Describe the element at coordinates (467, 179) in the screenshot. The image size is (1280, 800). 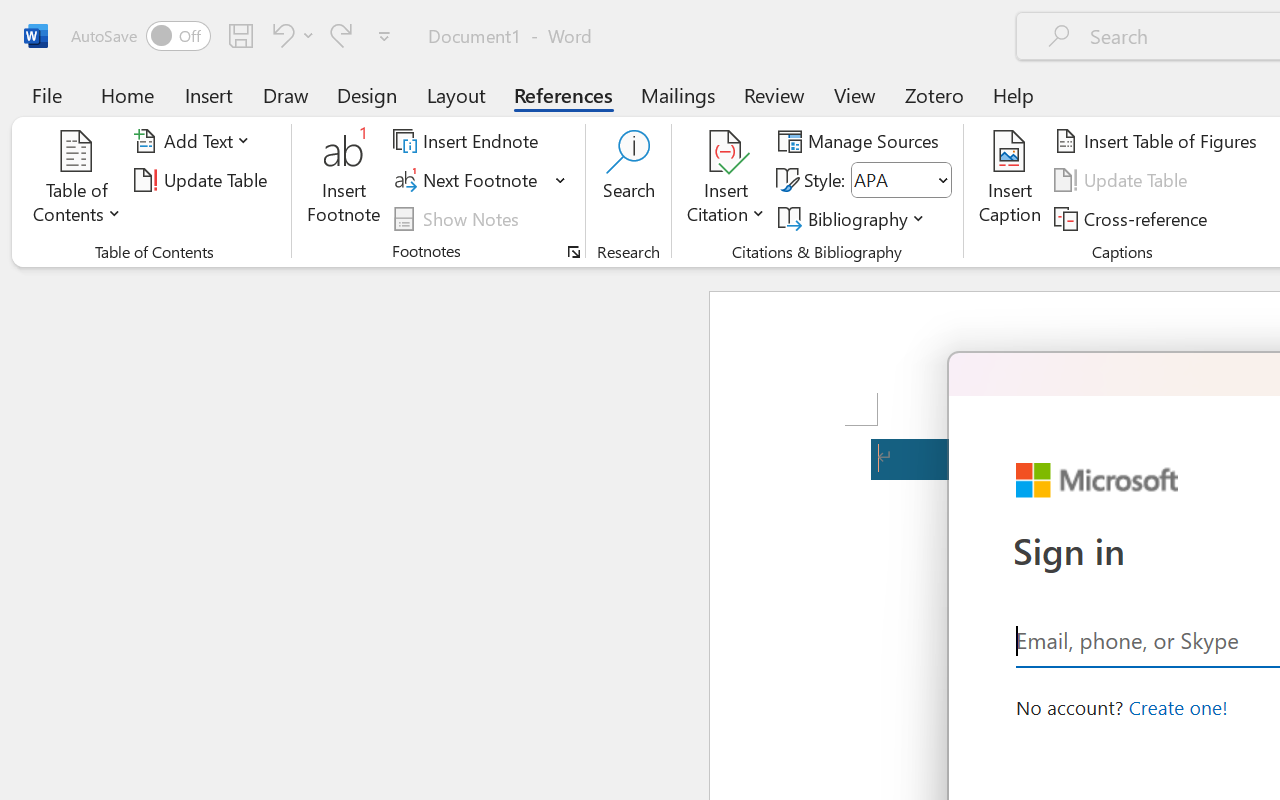
I see `'Next Footnote'` at that location.